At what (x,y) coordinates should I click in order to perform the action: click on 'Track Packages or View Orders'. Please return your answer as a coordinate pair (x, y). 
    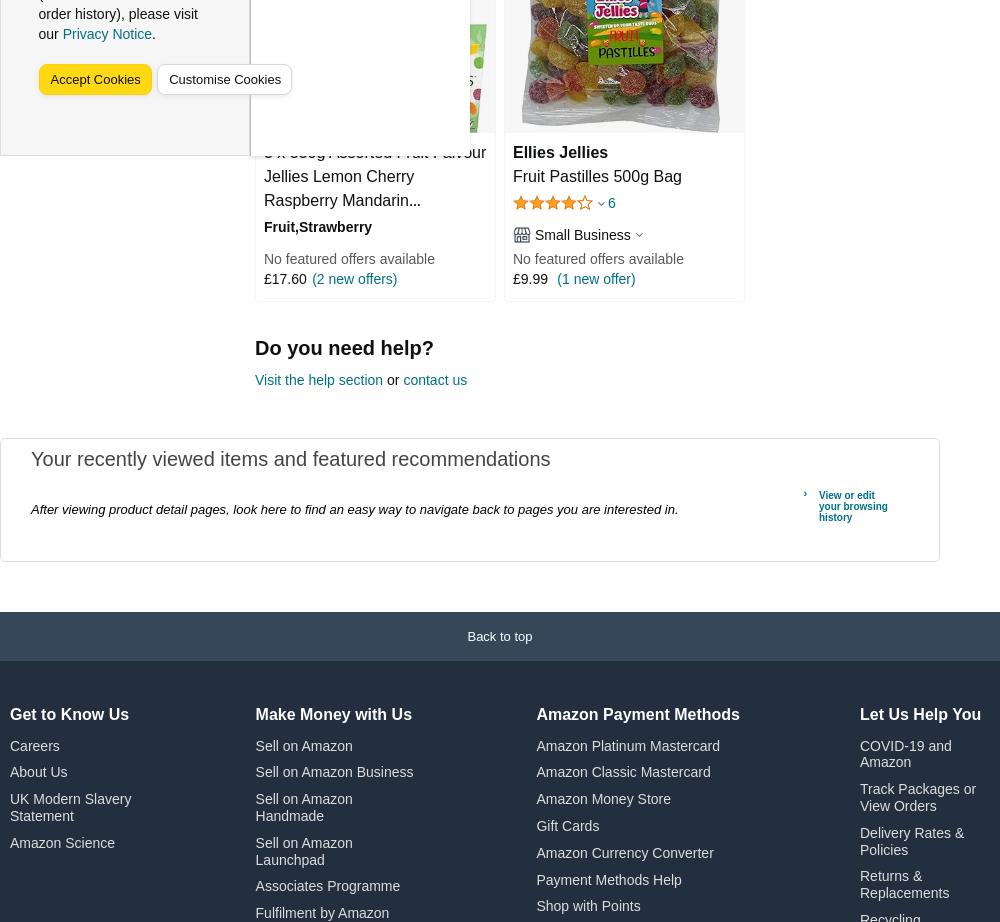
    Looking at the image, I should click on (858, 796).